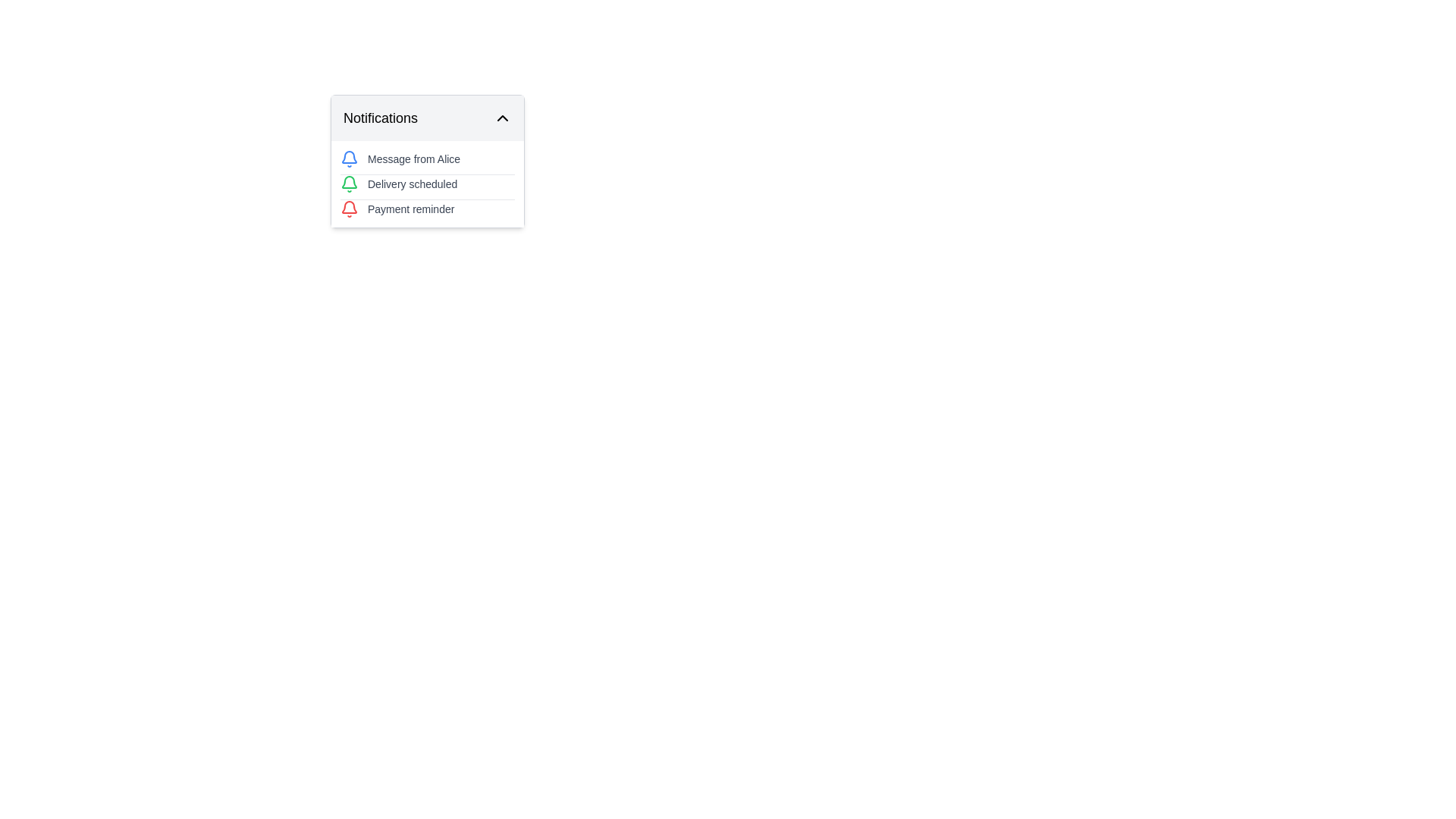 This screenshot has width=1456, height=819. Describe the element at coordinates (414, 158) in the screenshot. I see `the text label displaying 'Message from Alice', which is the first entry in the notifications list, positioned to the right of the blue notification bell icon` at that location.